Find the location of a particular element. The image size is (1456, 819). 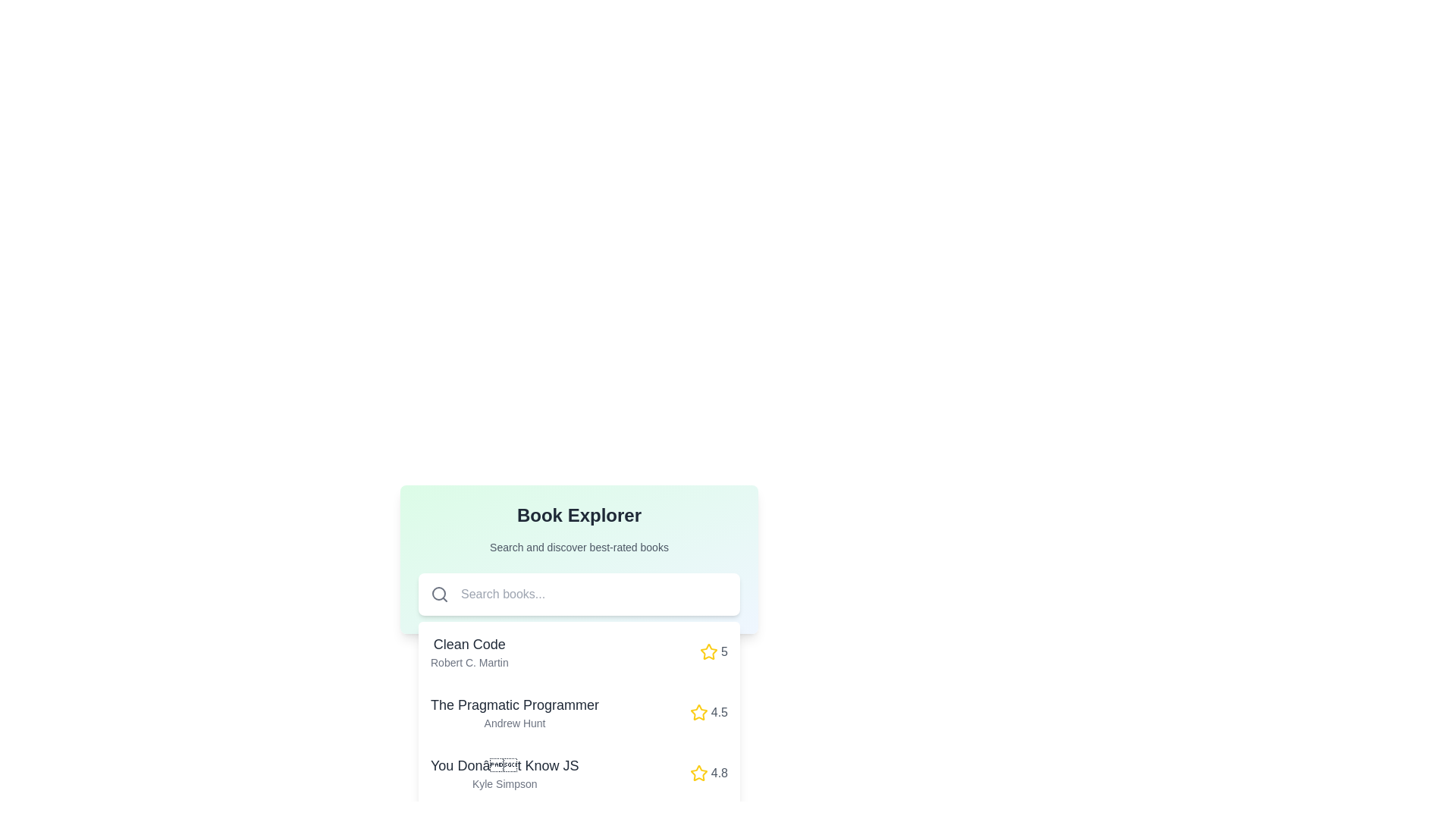

the yellow star graphic element representing the rating for the book 'Clean Code', which is positioned between the book title and the numerical rating value '5' is located at coordinates (708, 651).